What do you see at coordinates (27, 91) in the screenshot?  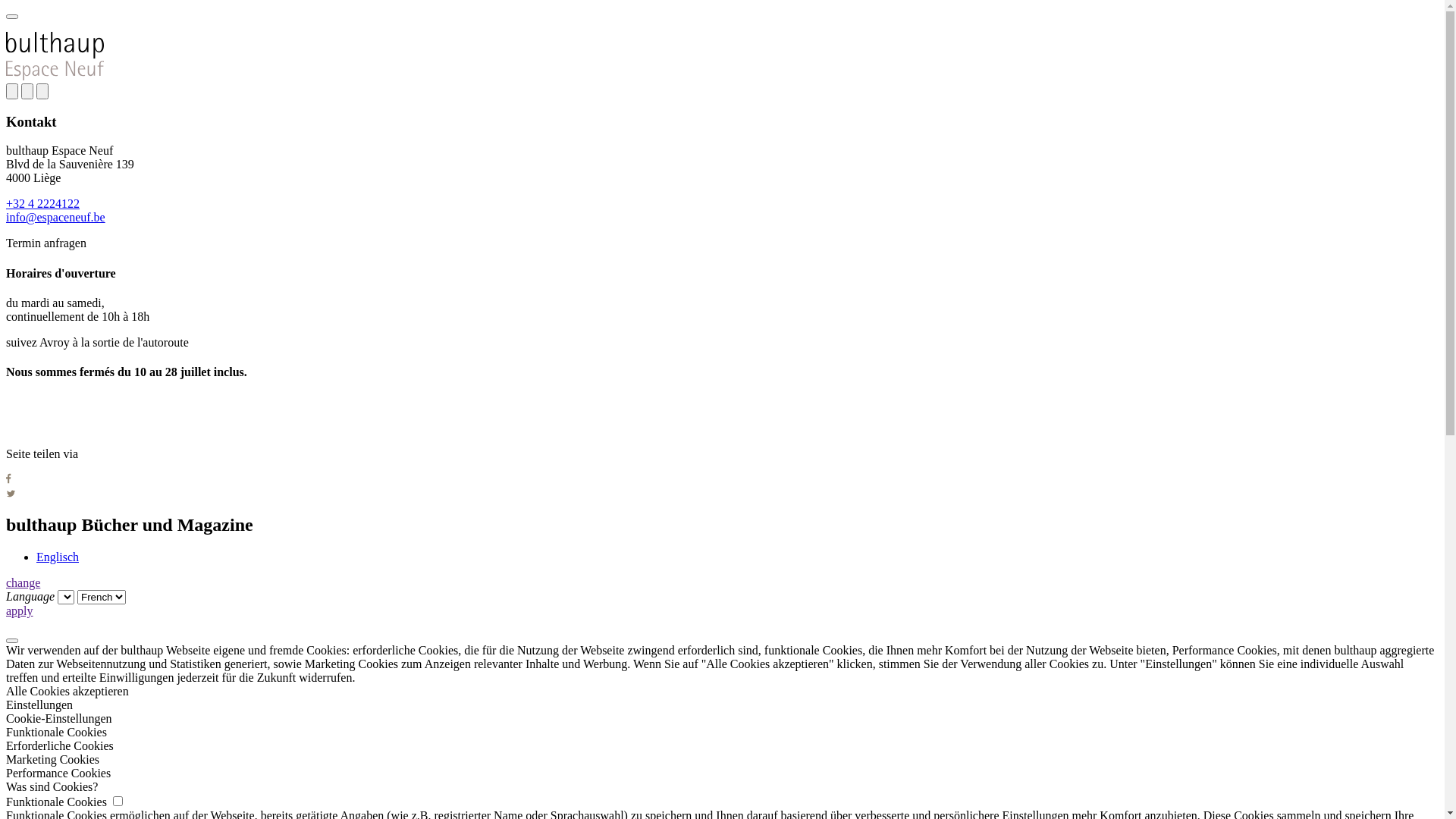 I see `'share'` at bounding box center [27, 91].